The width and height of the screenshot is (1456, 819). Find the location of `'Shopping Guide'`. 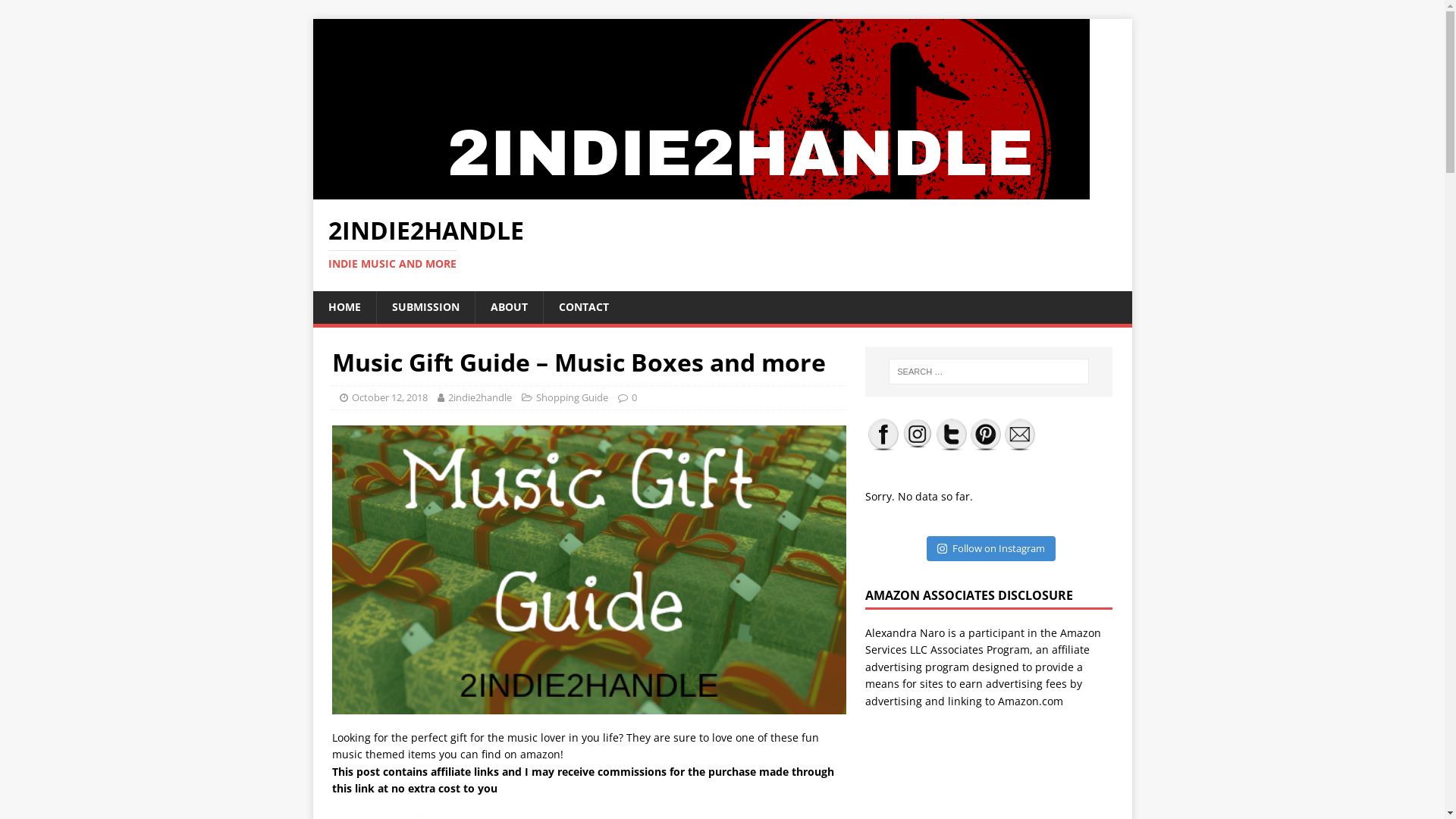

'Shopping Guide' is located at coordinates (535, 397).